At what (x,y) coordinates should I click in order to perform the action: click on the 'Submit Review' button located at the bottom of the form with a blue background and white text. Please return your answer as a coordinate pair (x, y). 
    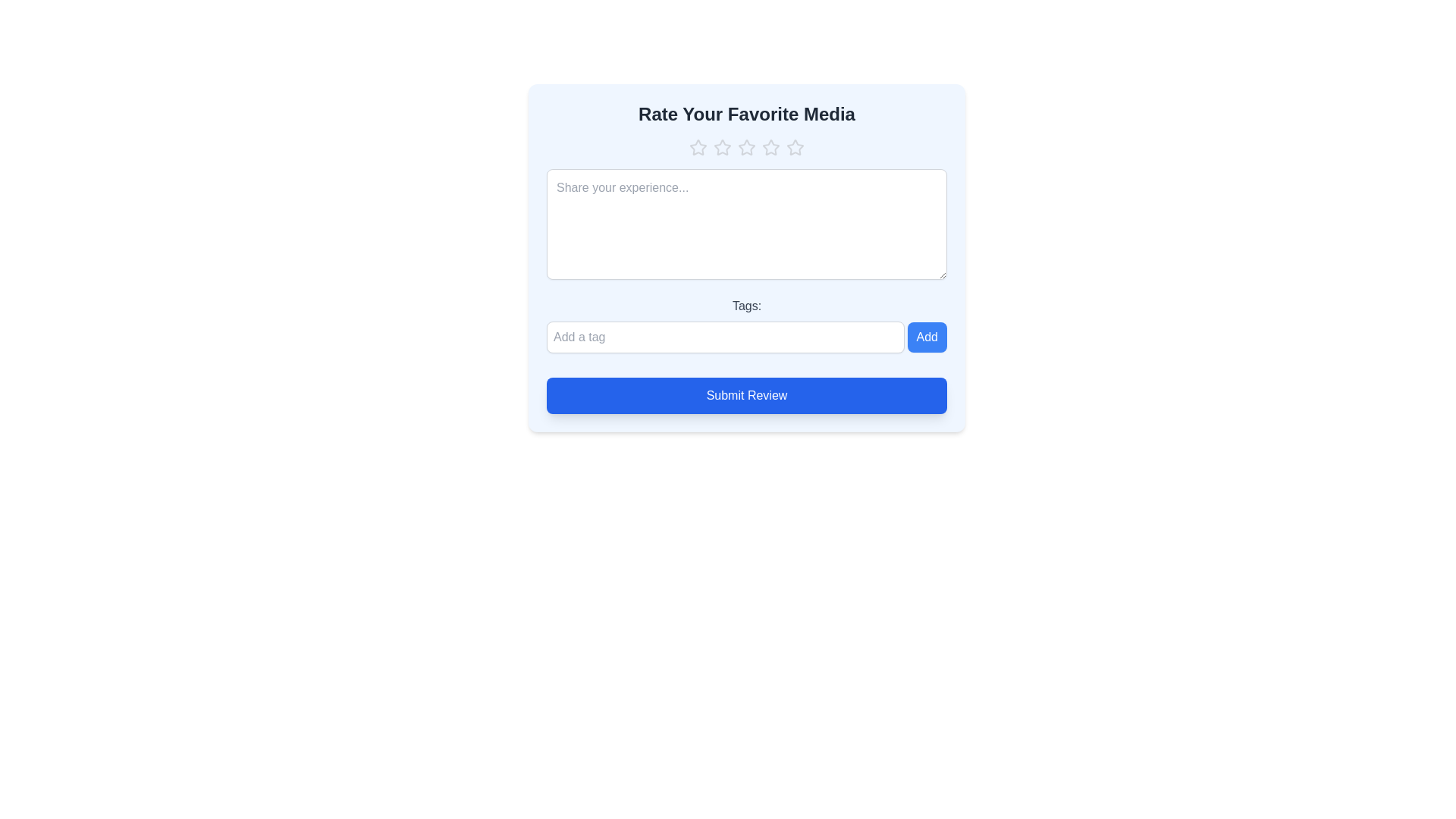
    Looking at the image, I should click on (746, 394).